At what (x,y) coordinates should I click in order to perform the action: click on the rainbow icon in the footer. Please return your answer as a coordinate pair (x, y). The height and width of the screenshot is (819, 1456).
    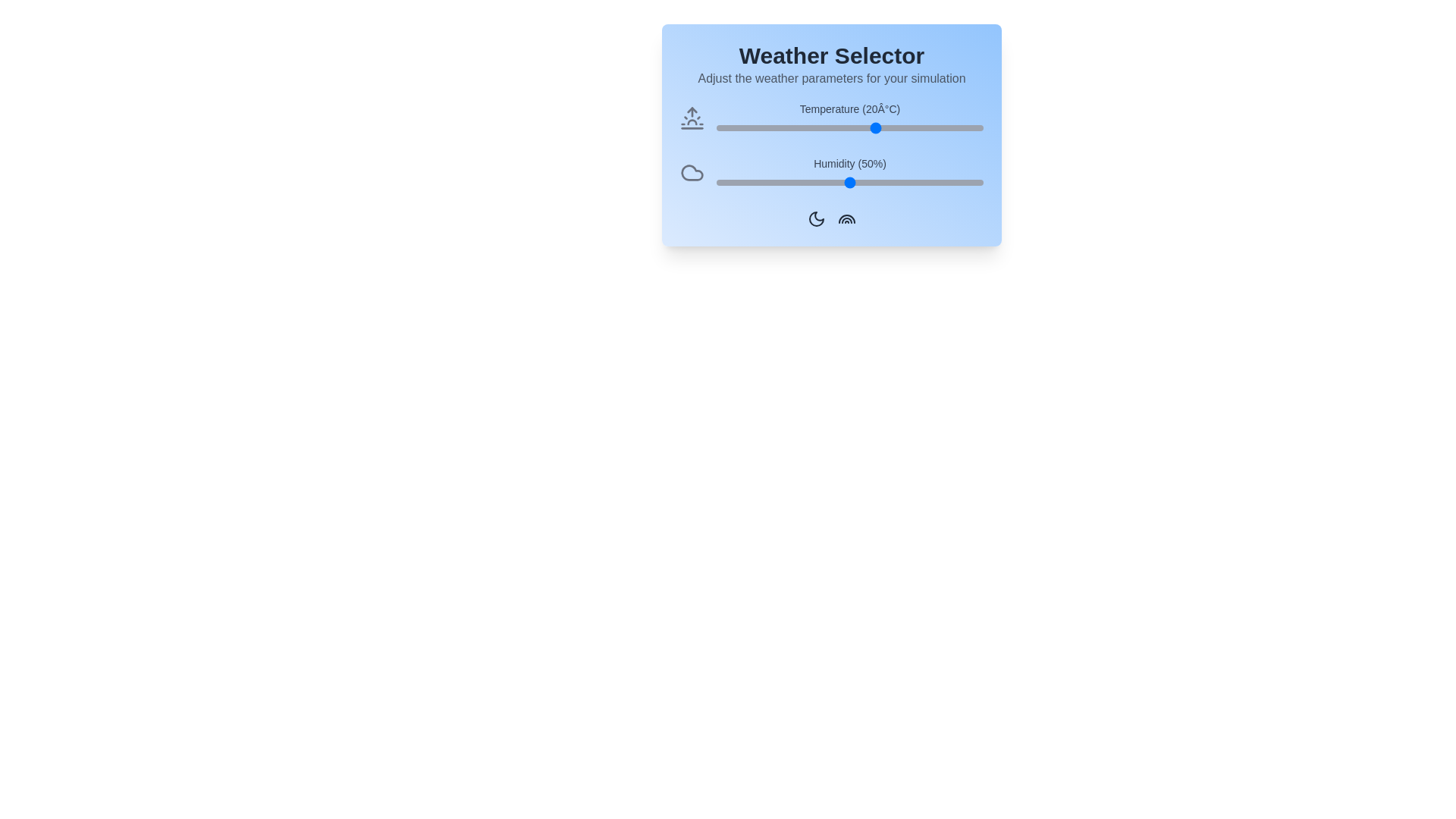
    Looking at the image, I should click on (846, 218).